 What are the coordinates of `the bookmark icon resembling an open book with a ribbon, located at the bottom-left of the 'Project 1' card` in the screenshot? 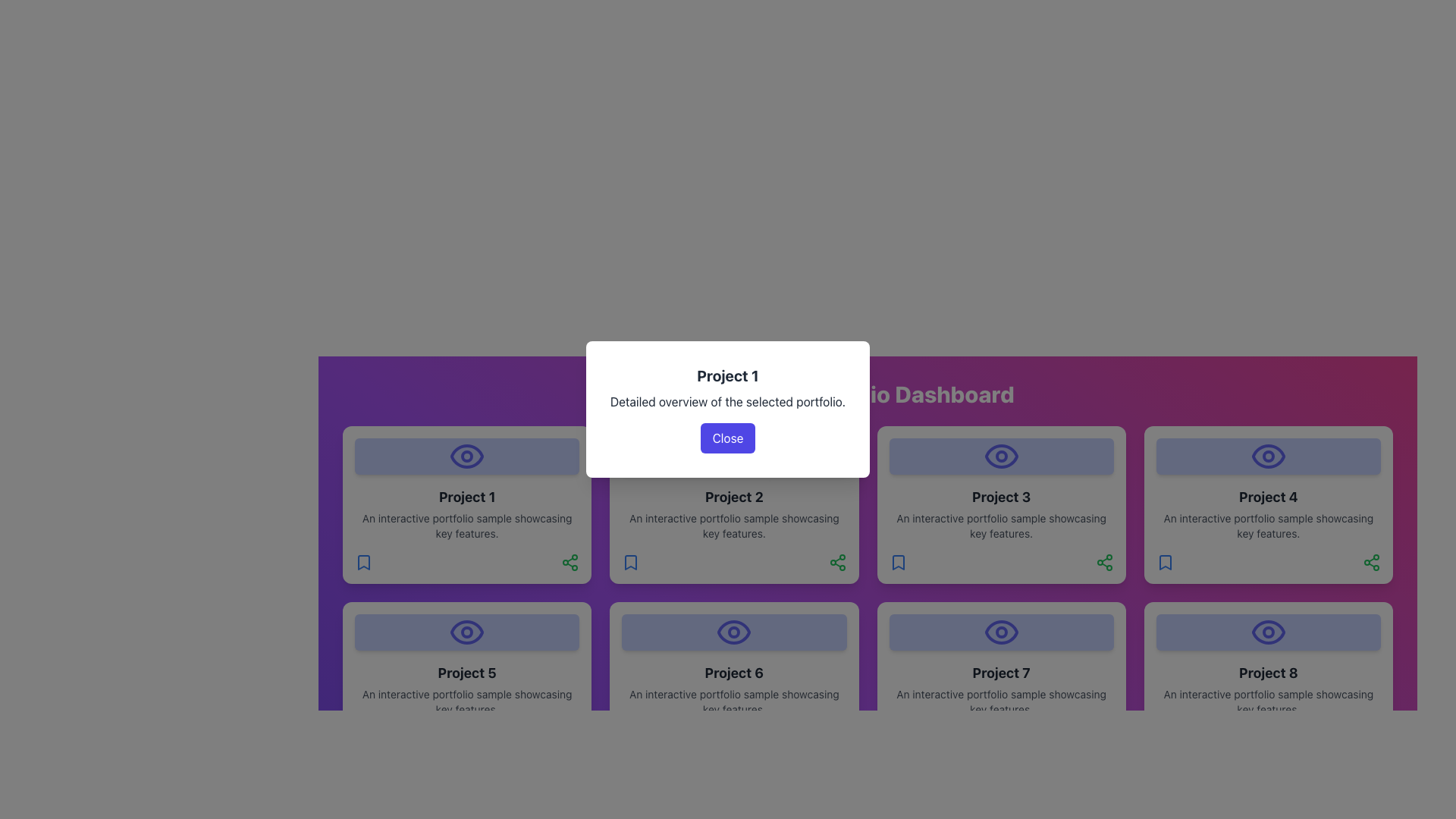 It's located at (364, 562).